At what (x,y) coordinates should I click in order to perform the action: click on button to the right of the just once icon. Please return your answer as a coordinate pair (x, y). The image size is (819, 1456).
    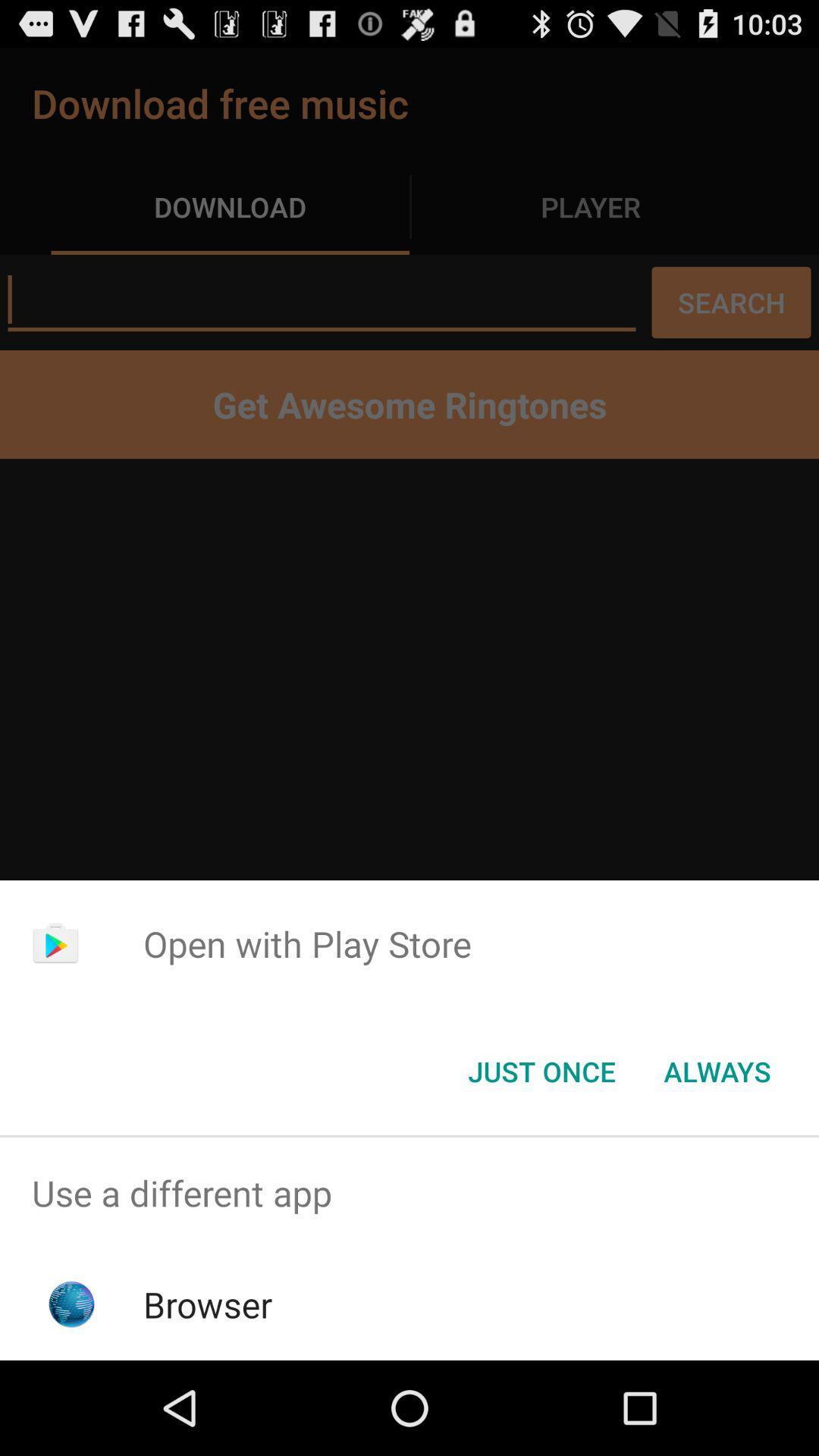
    Looking at the image, I should click on (717, 1070).